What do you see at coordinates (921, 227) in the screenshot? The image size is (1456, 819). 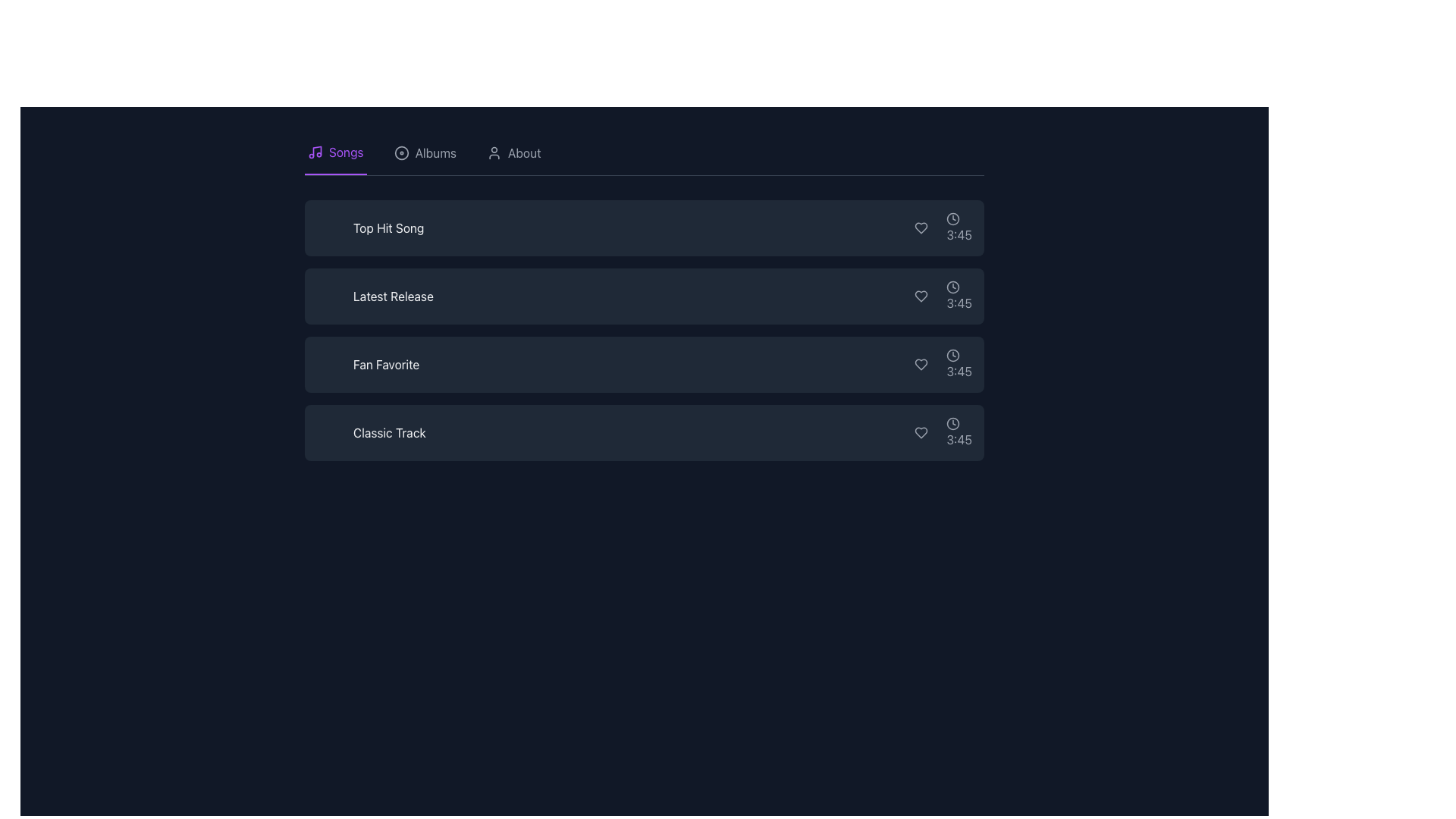 I see `the heart icon, which is light gray and represents liking or favoriting, located to the left of the '3:45' text and to the right of the center of the 'Top Hit Song' list item` at bounding box center [921, 227].